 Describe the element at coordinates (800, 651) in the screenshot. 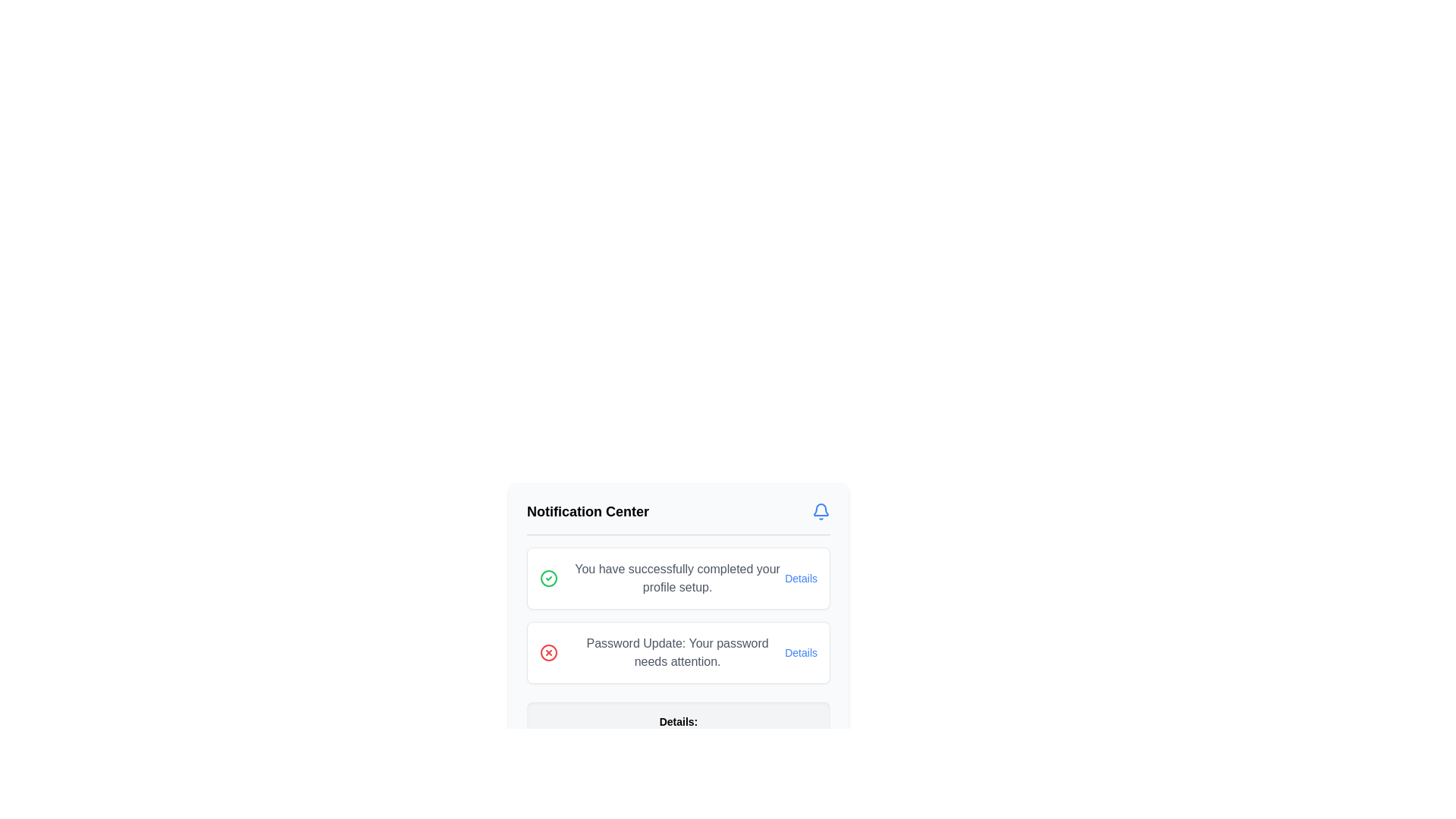

I see `the 'Details' interactive link which is styled with blue text and has an underline effect on hover` at that location.